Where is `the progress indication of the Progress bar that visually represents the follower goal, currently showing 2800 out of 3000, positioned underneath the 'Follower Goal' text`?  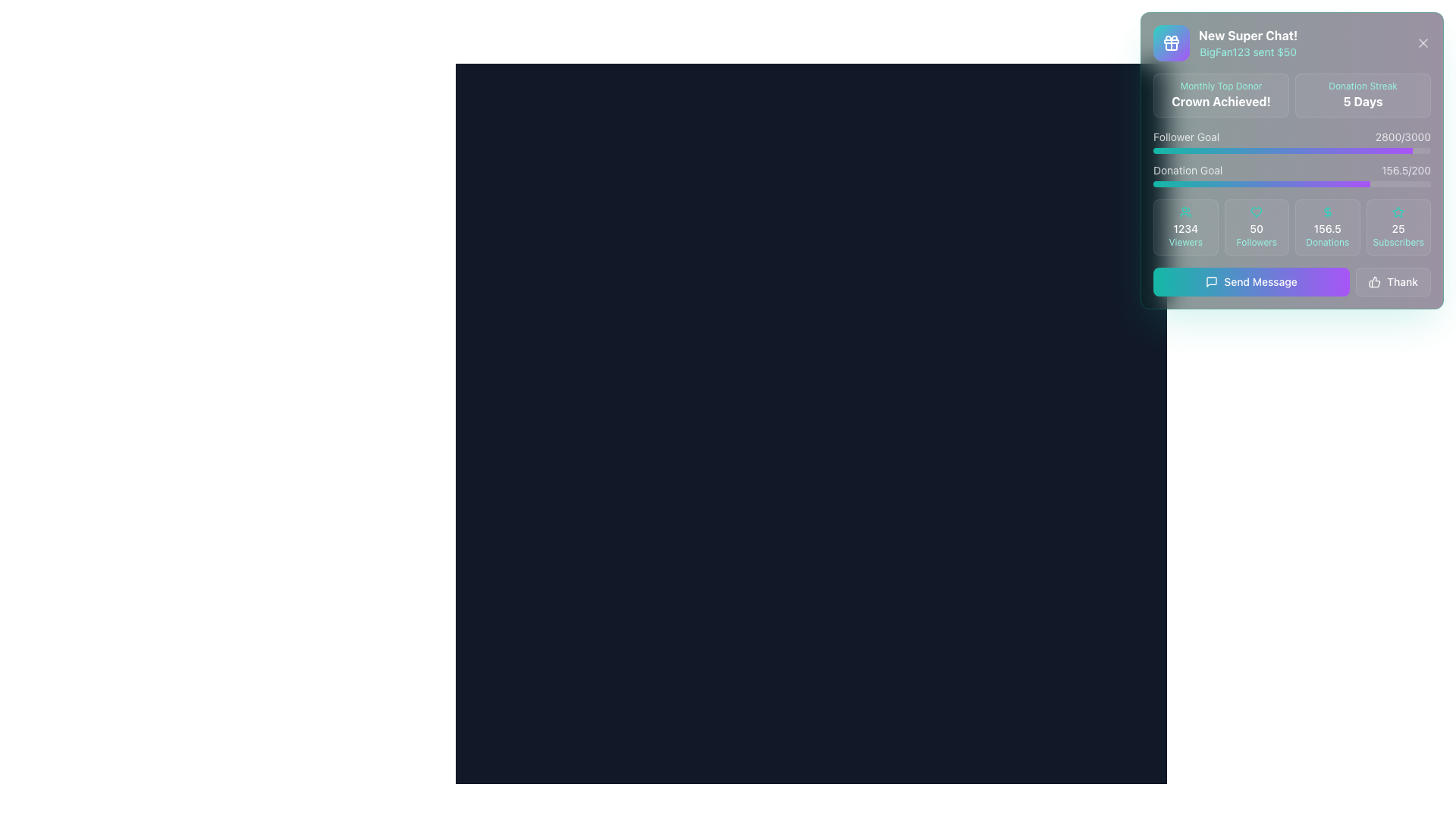
the progress indication of the Progress bar that visually represents the follower goal, currently showing 2800 out of 3000, positioned underneath the 'Follower Goal' text is located at coordinates (1291, 151).